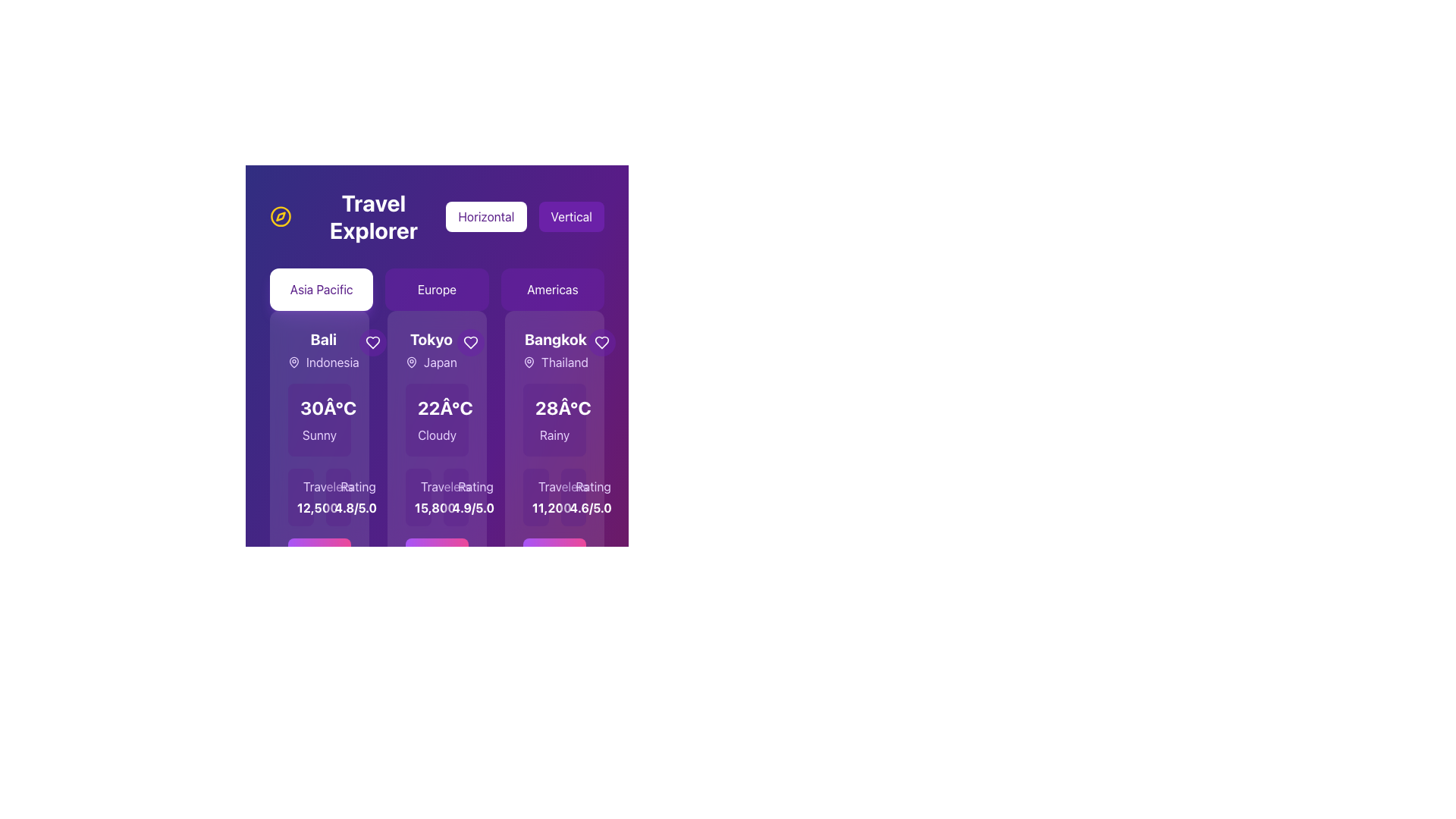  What do you see at coordinates (372, 342) in the screenshot?
I see `the circular purple button with a white heart icon in the top-right corner of the 'Bali' travel card to mark it as favorite` at bounding box center [372, 342].